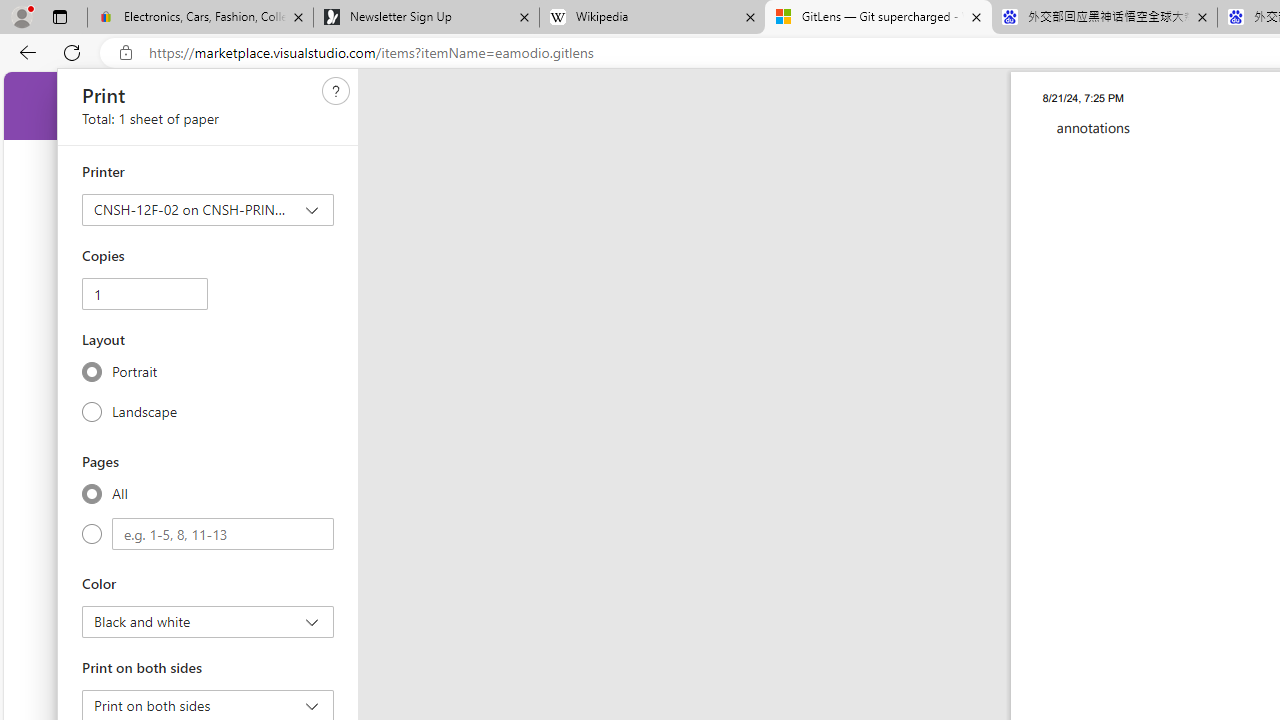  I want to click on 'Color Black and white', so click(208, 621).